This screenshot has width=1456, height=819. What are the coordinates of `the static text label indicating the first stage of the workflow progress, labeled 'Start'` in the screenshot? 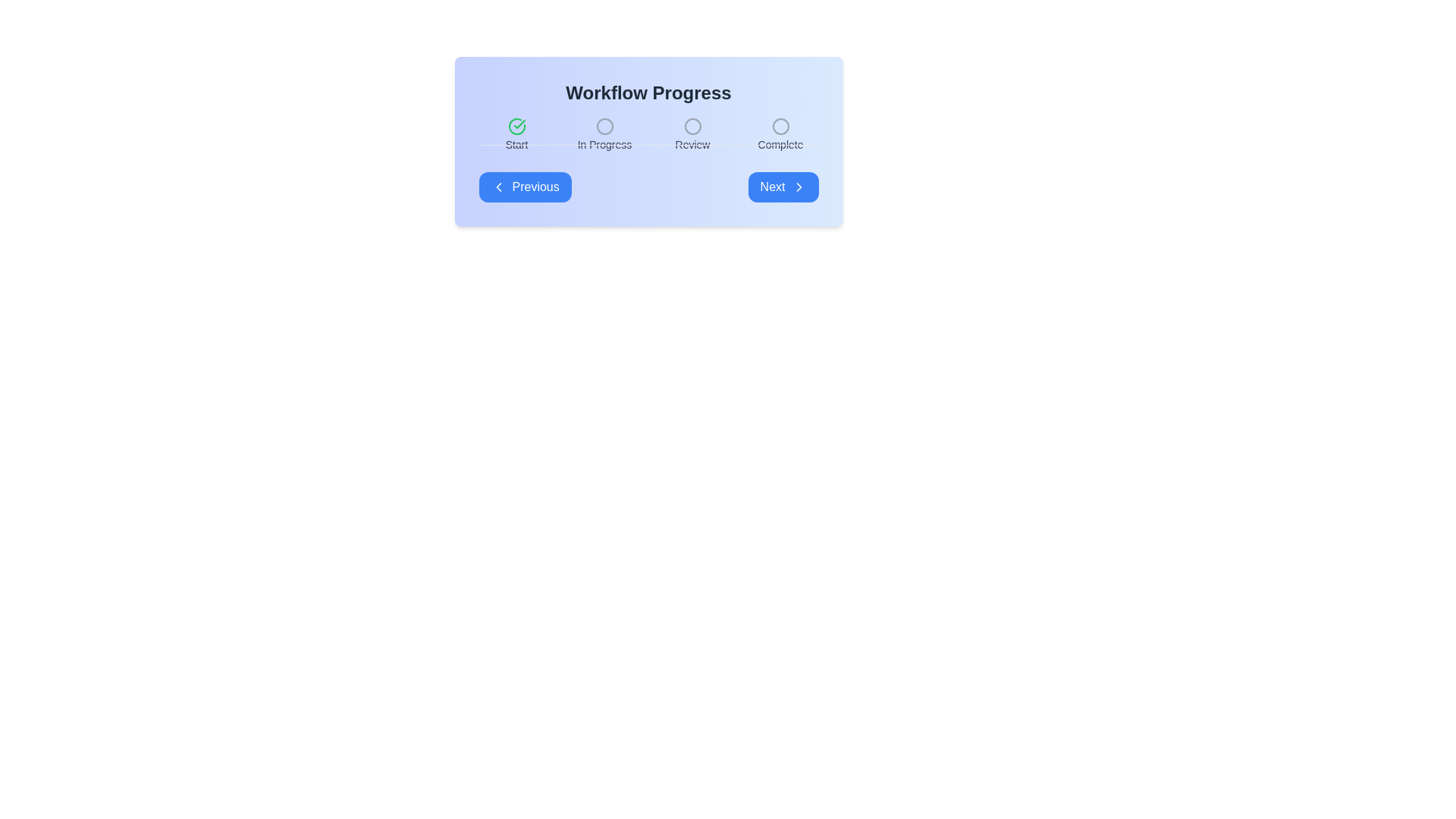 It's located at (516, 145).